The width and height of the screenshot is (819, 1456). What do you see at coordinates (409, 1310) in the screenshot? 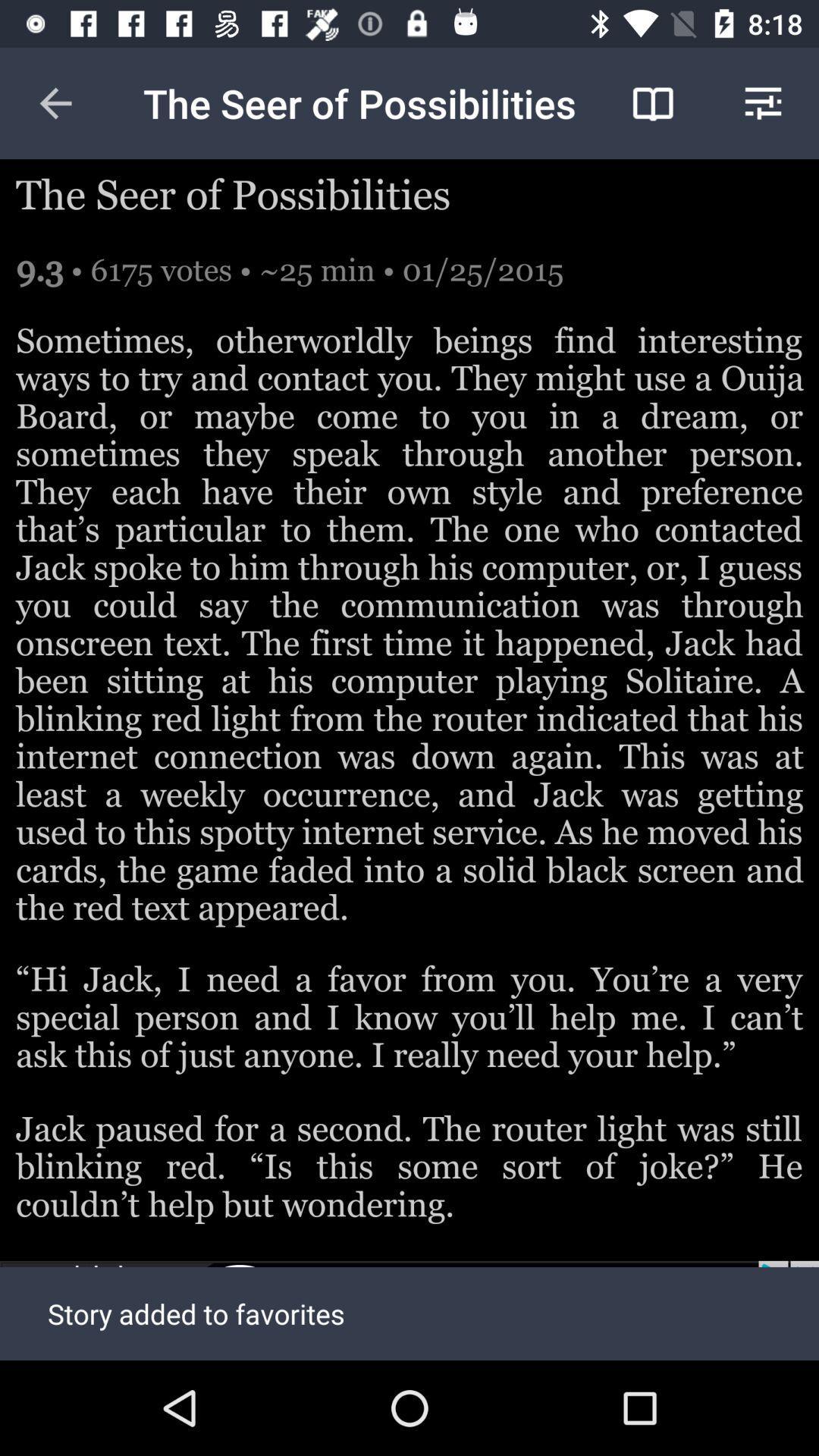
I see `story added to favorites` at bounding box center [409, 1310].